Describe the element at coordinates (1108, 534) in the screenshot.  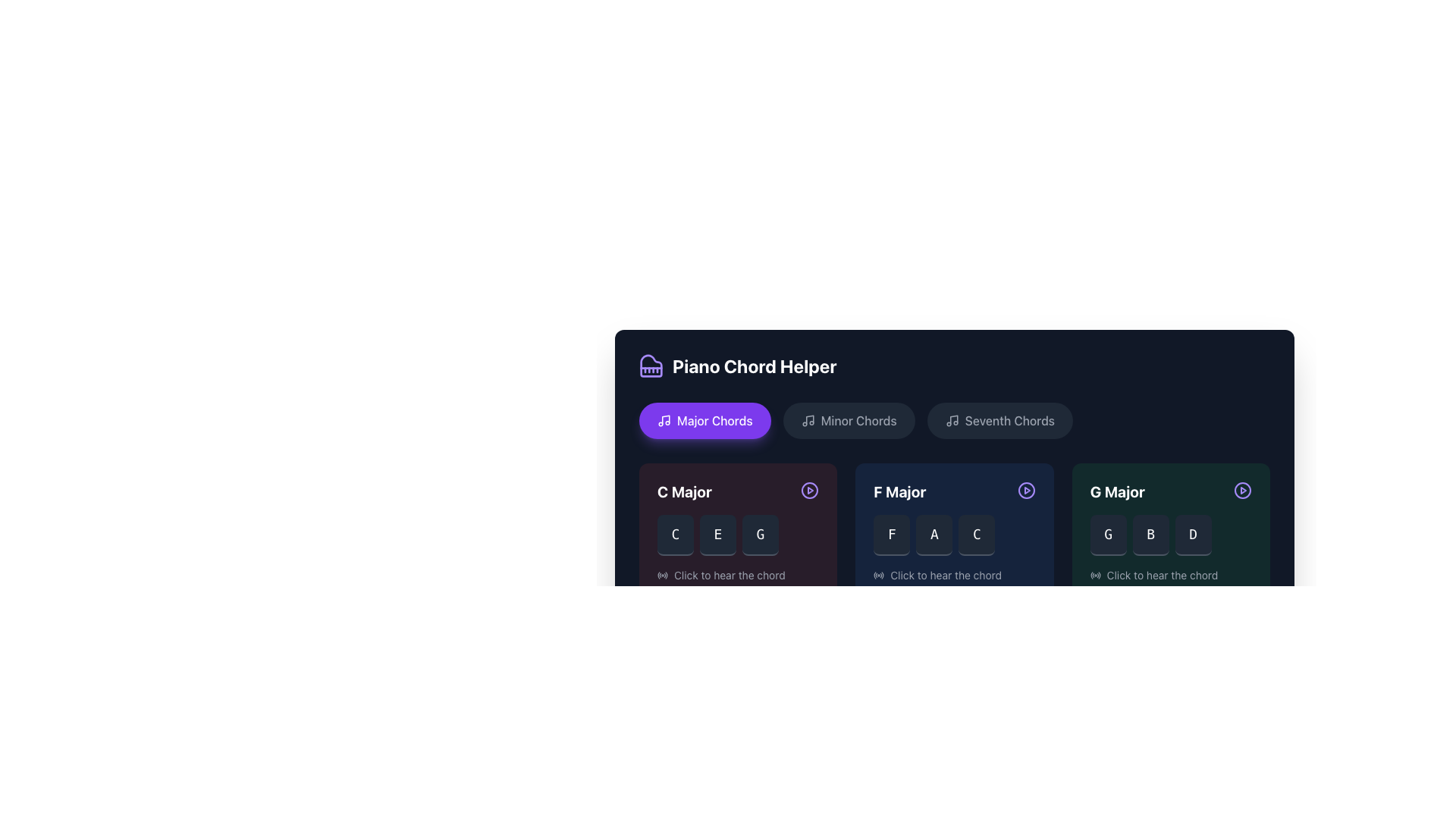
I see `the square-shaped button with rounded corners labeled 'G' in the G Major section to play a note or trigger an action` at that location.